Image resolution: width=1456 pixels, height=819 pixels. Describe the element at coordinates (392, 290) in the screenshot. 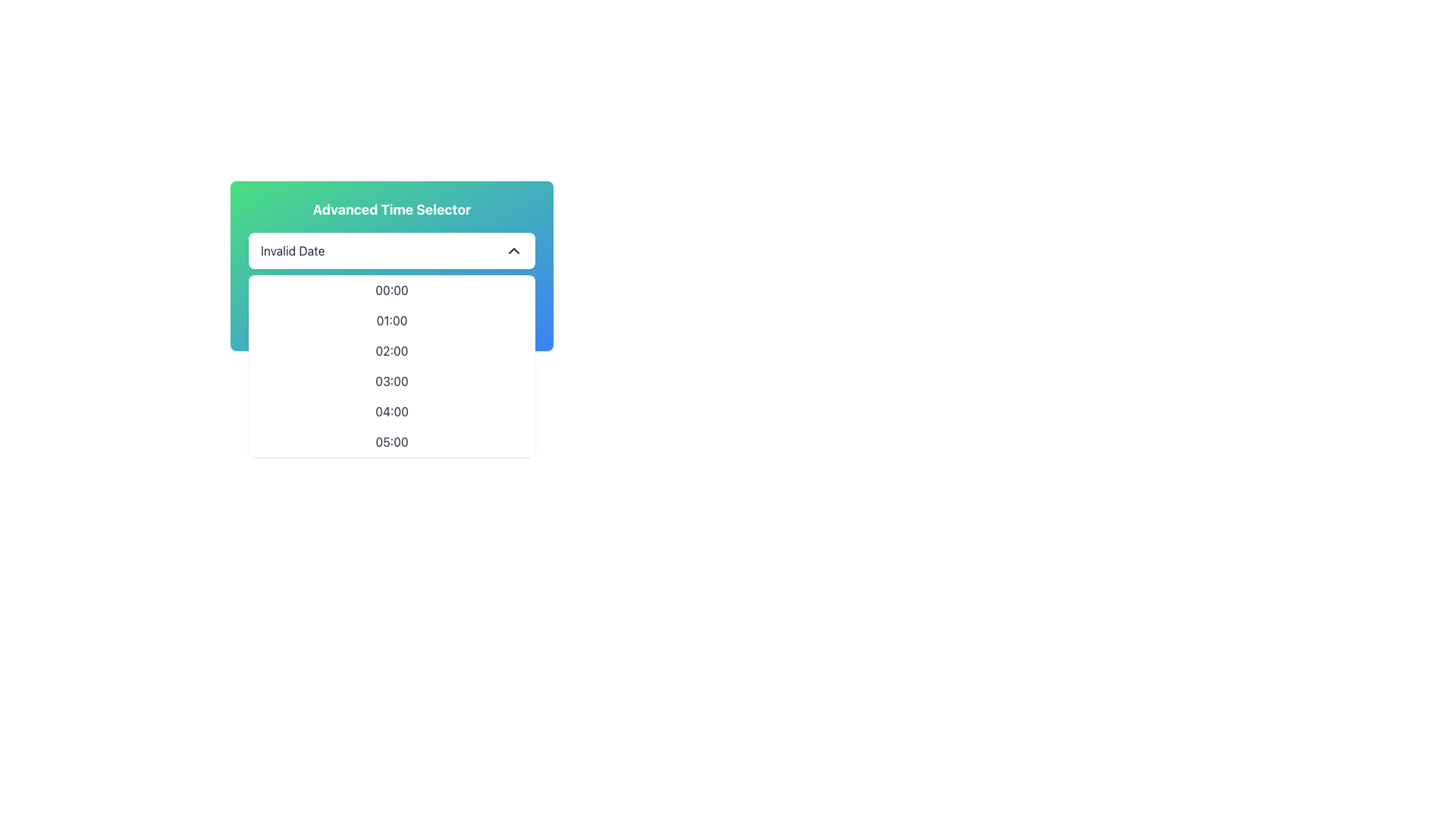

I see `the first time selection option '00:00' in the dropdown menu located directly under the 'Invalid Date' input field` at that location.